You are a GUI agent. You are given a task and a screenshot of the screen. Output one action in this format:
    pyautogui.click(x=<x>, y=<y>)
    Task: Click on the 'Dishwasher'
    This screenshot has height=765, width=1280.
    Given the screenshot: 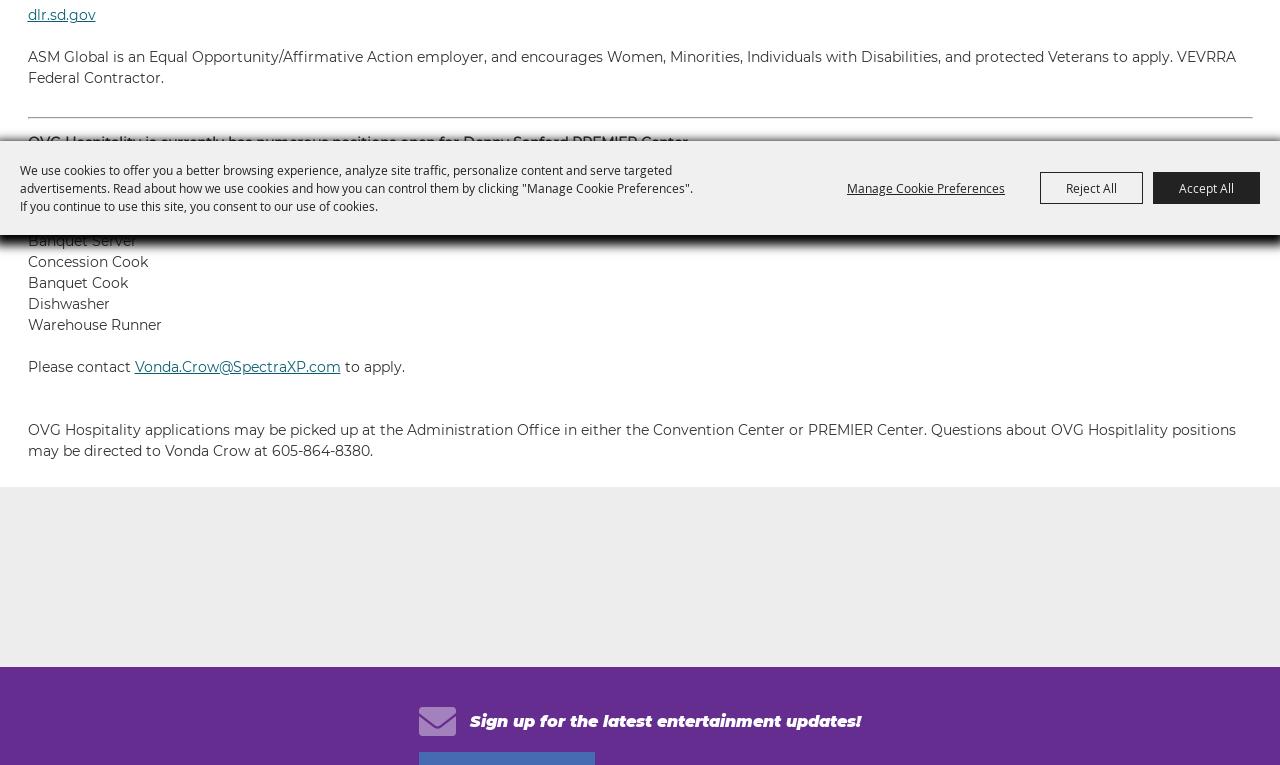 What is the action you would take?
    pyautogui.click(x=67, y=304)
    